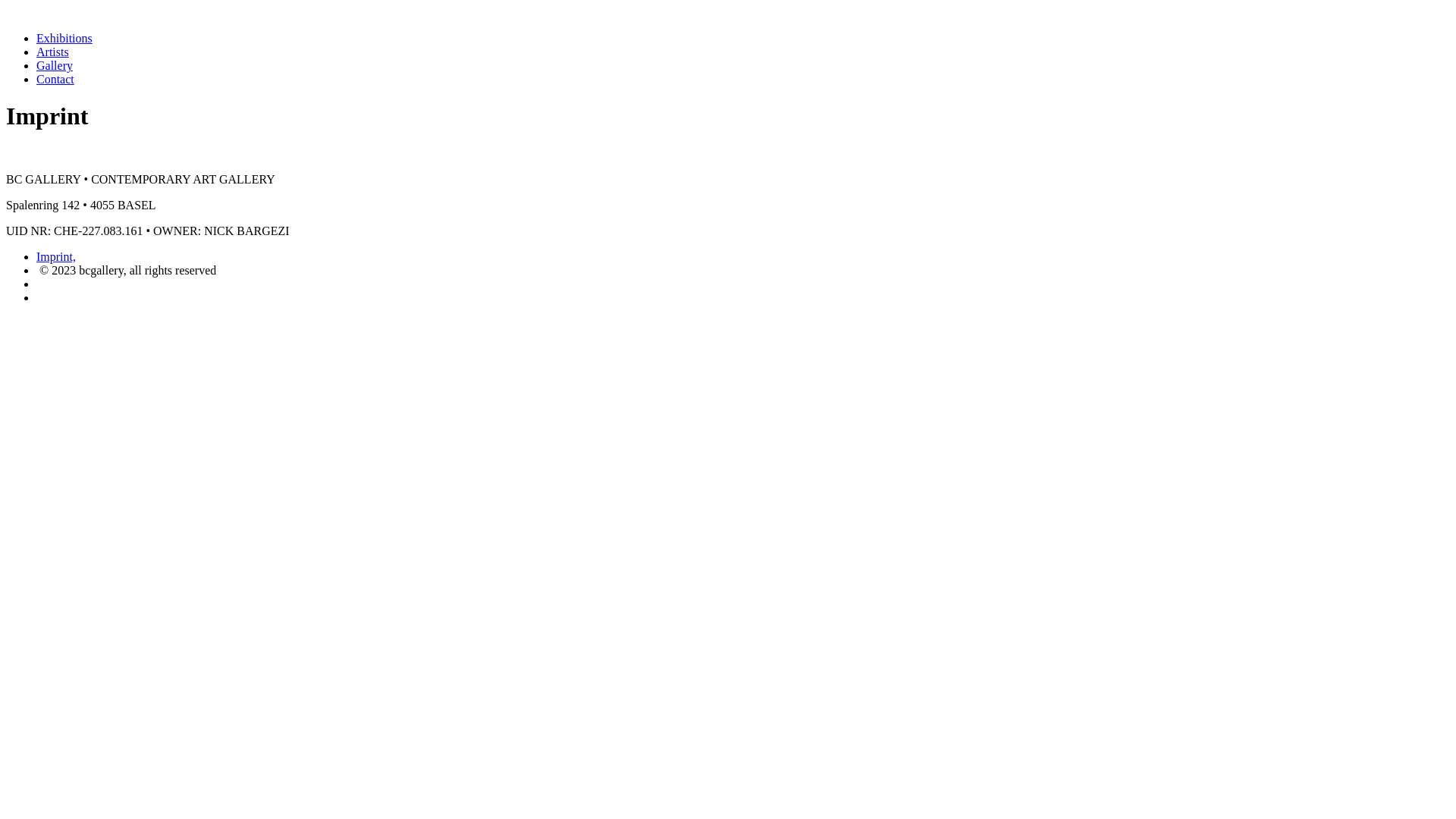  What do you see at coordinates (36, 37) in the screenshot?
I see `'Exhibitions'` at bounding box center [36, 37].